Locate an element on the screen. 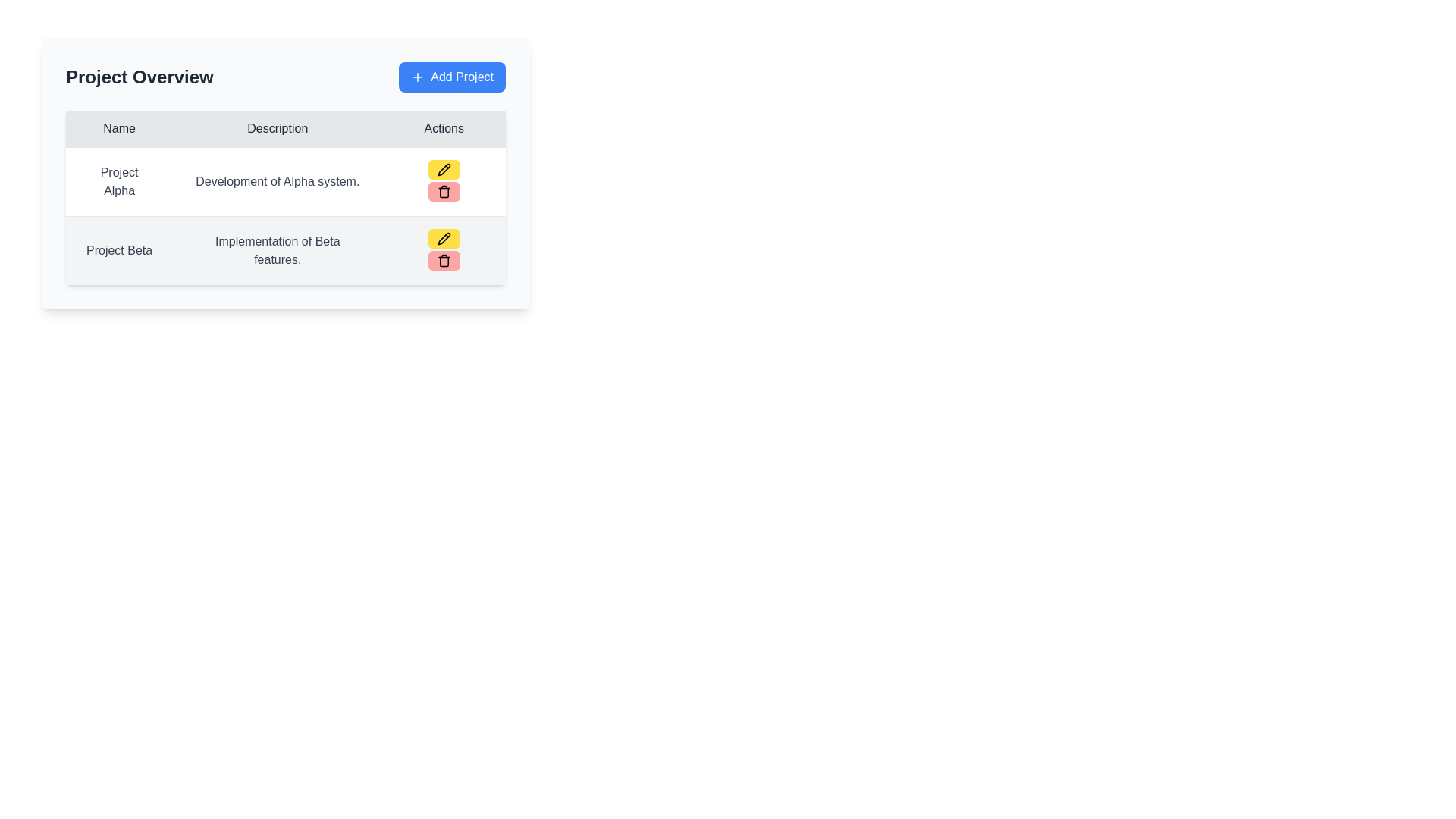 The image size is (1456, 819). the edit icon located in the 'Actions' column of the first row under 'Project Overview' is located at coordinates (443, 239).